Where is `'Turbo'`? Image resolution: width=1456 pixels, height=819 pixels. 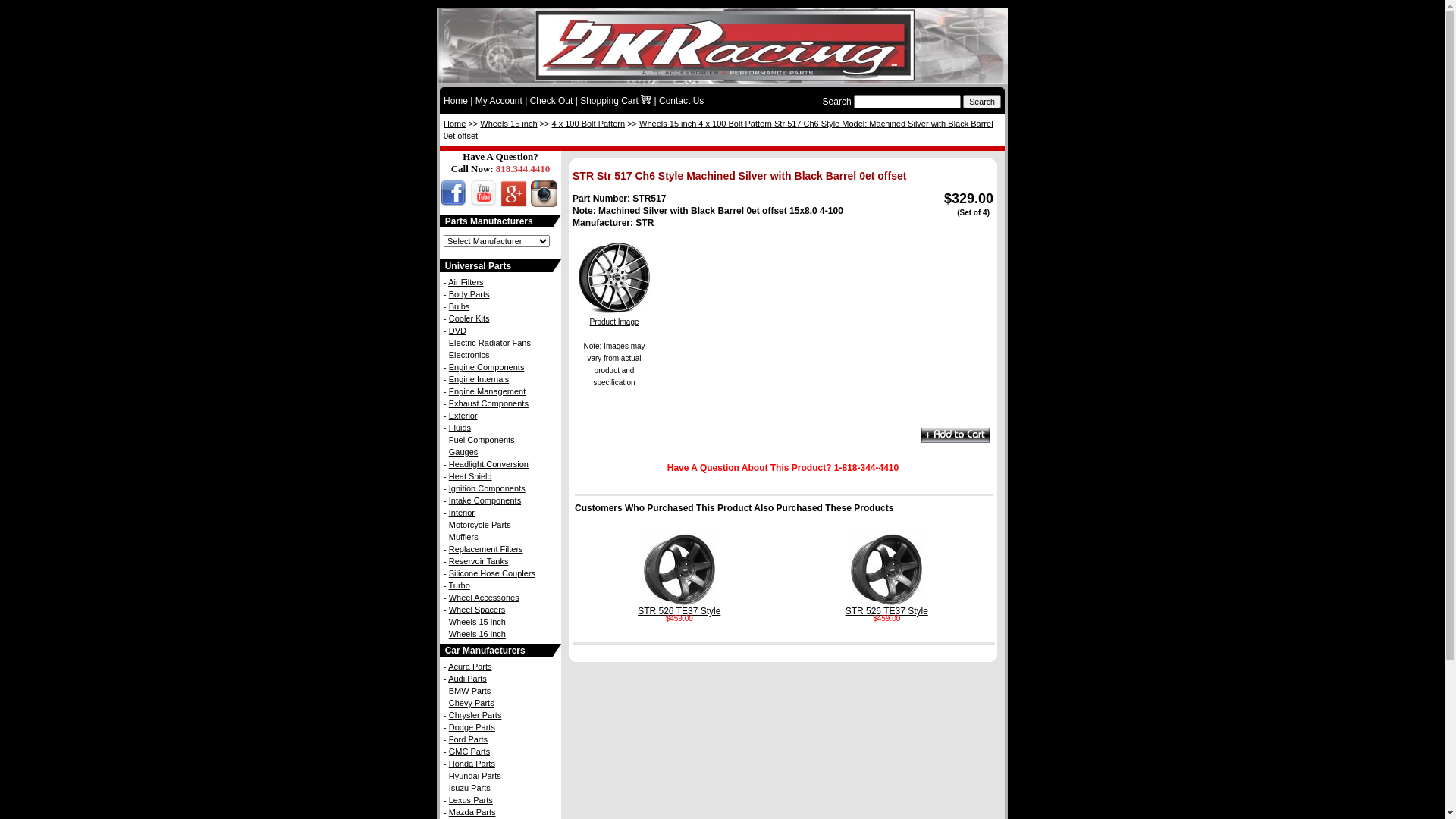 'Turbo' is located at coordinates (458, 584).